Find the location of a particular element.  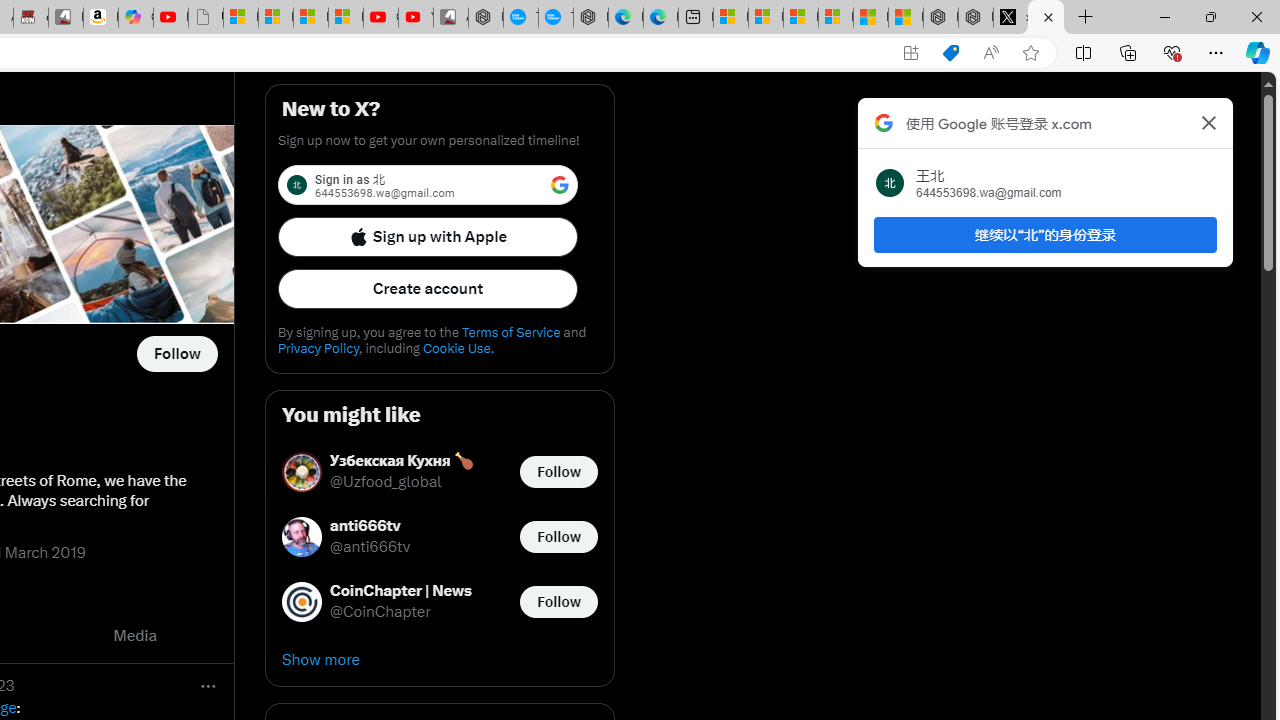

'Class: LgbsSe-Bz112c' is located at coordinates (560, 184).